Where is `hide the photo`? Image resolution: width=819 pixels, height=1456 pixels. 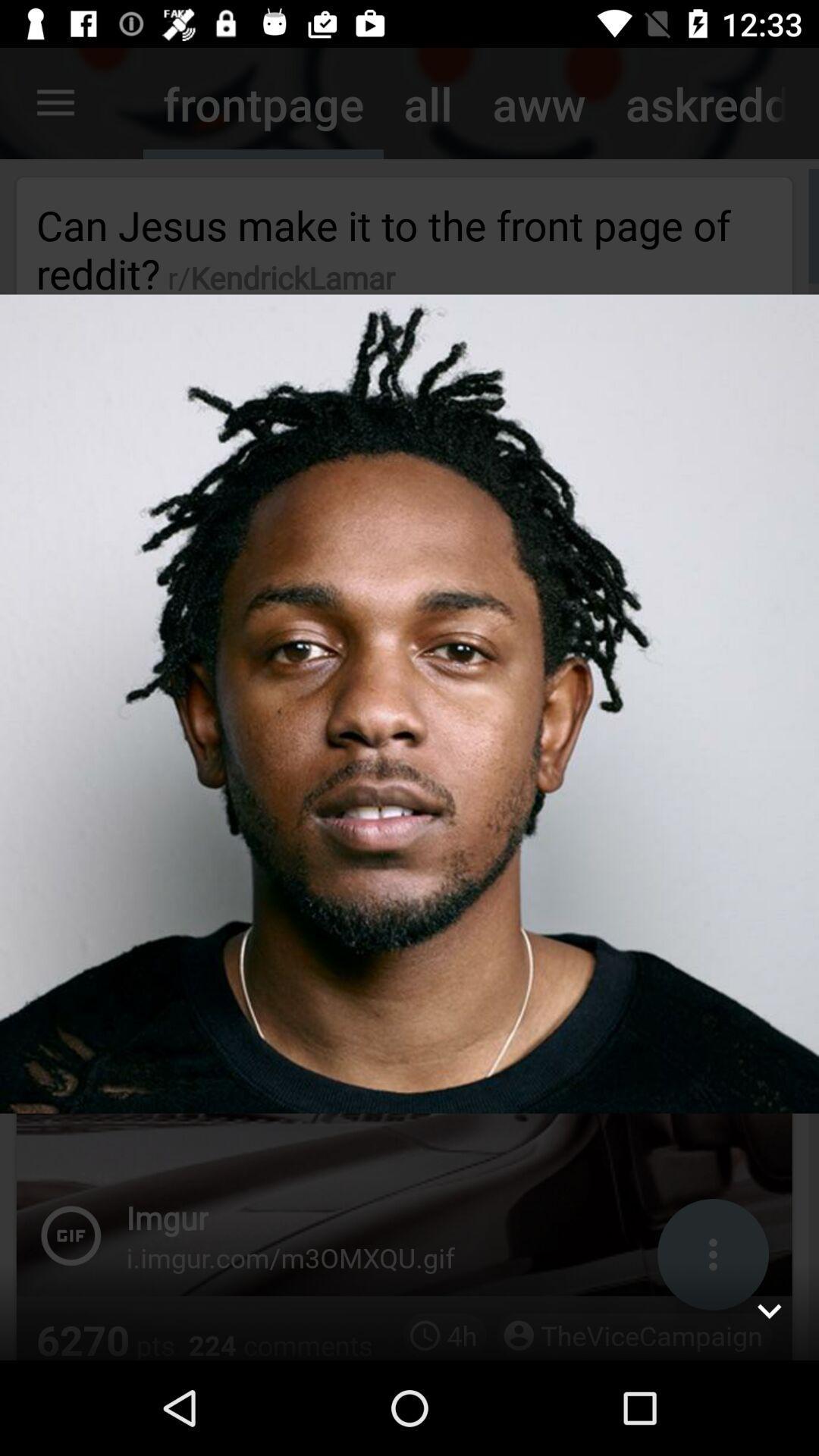 hide the photo is located at coordinates (769, 1310).